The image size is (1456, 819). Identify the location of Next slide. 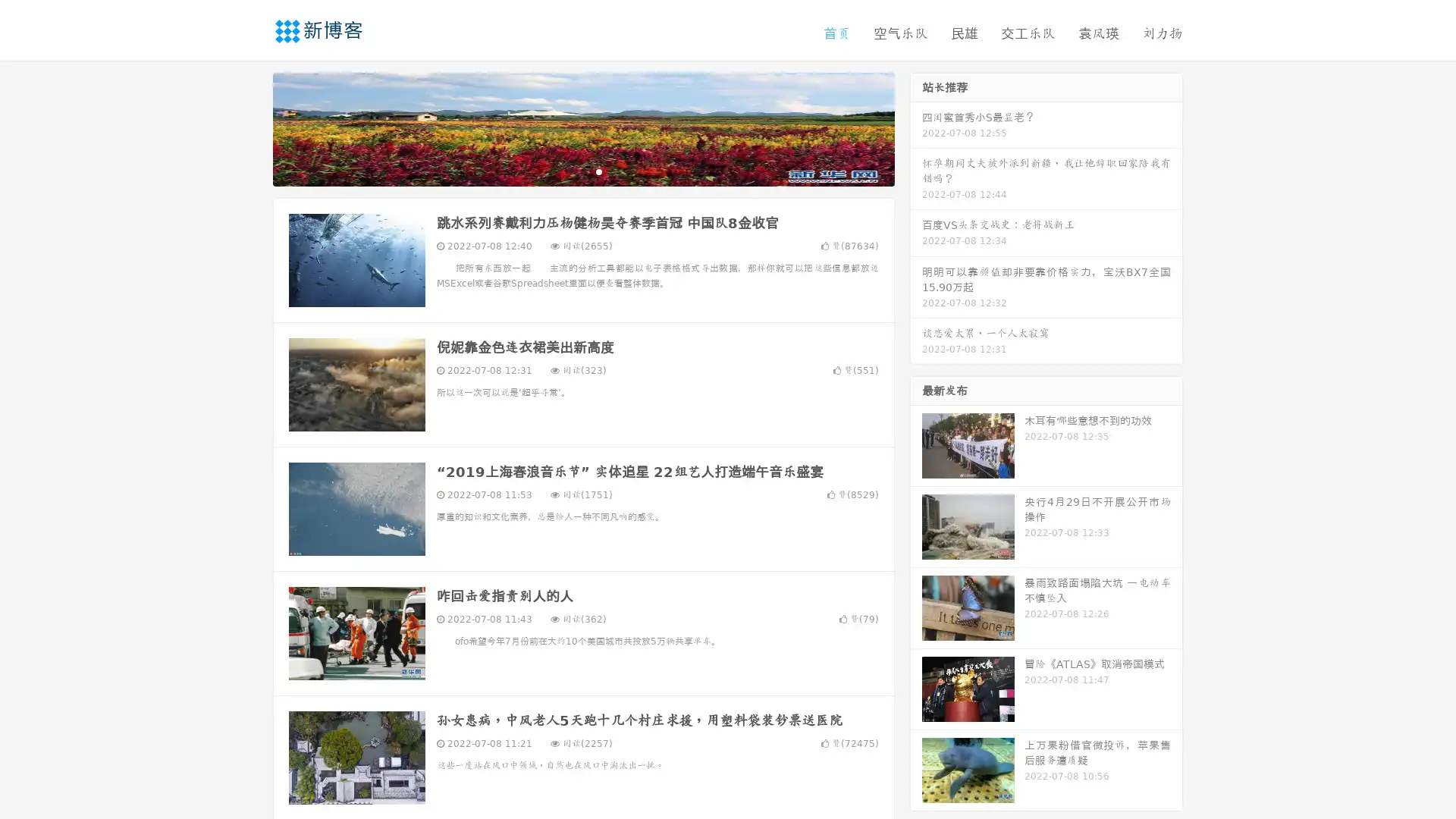
(916, 127).